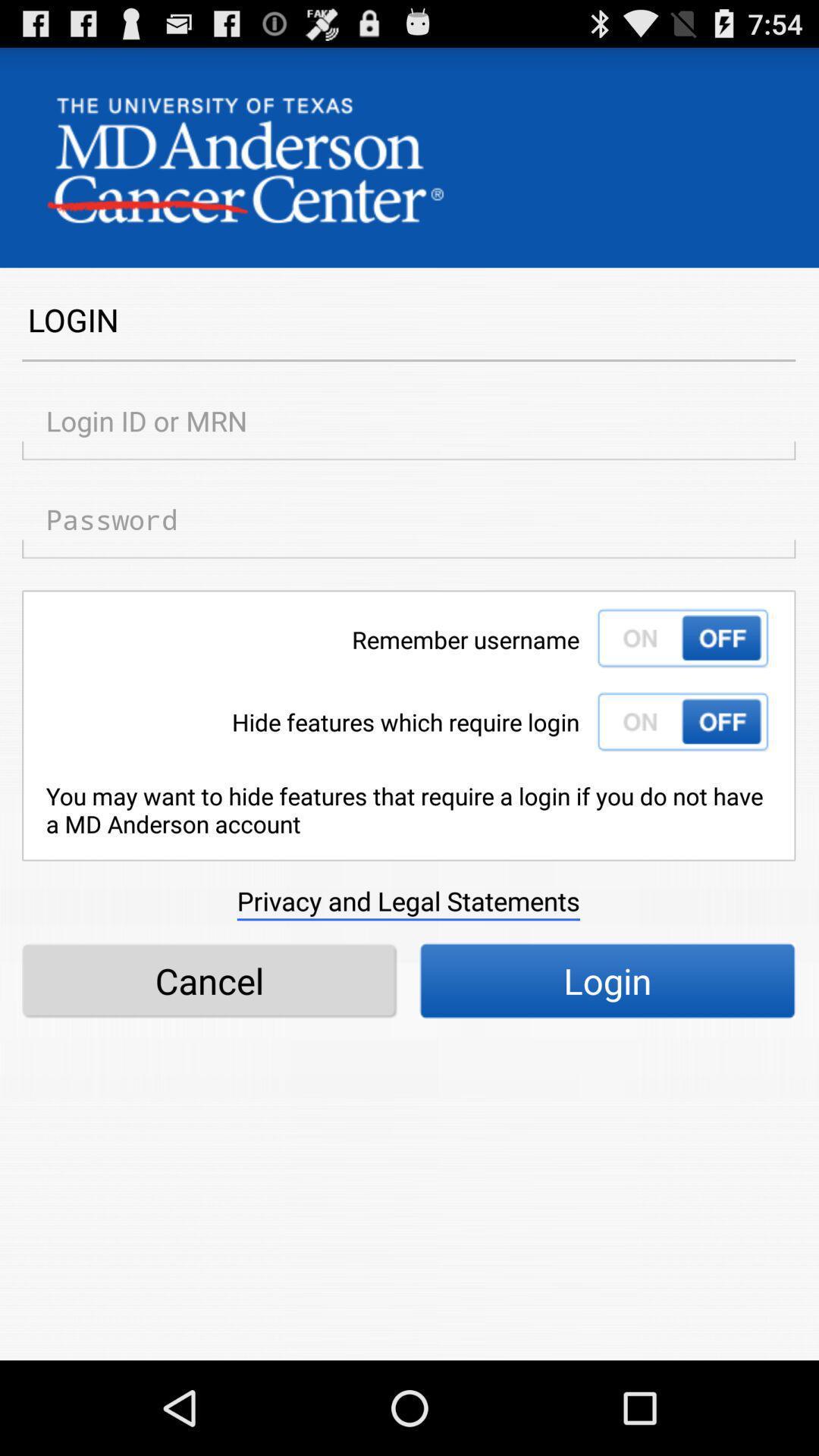  I want to click on the cancel at the bottom left corner, so click(209, 981).